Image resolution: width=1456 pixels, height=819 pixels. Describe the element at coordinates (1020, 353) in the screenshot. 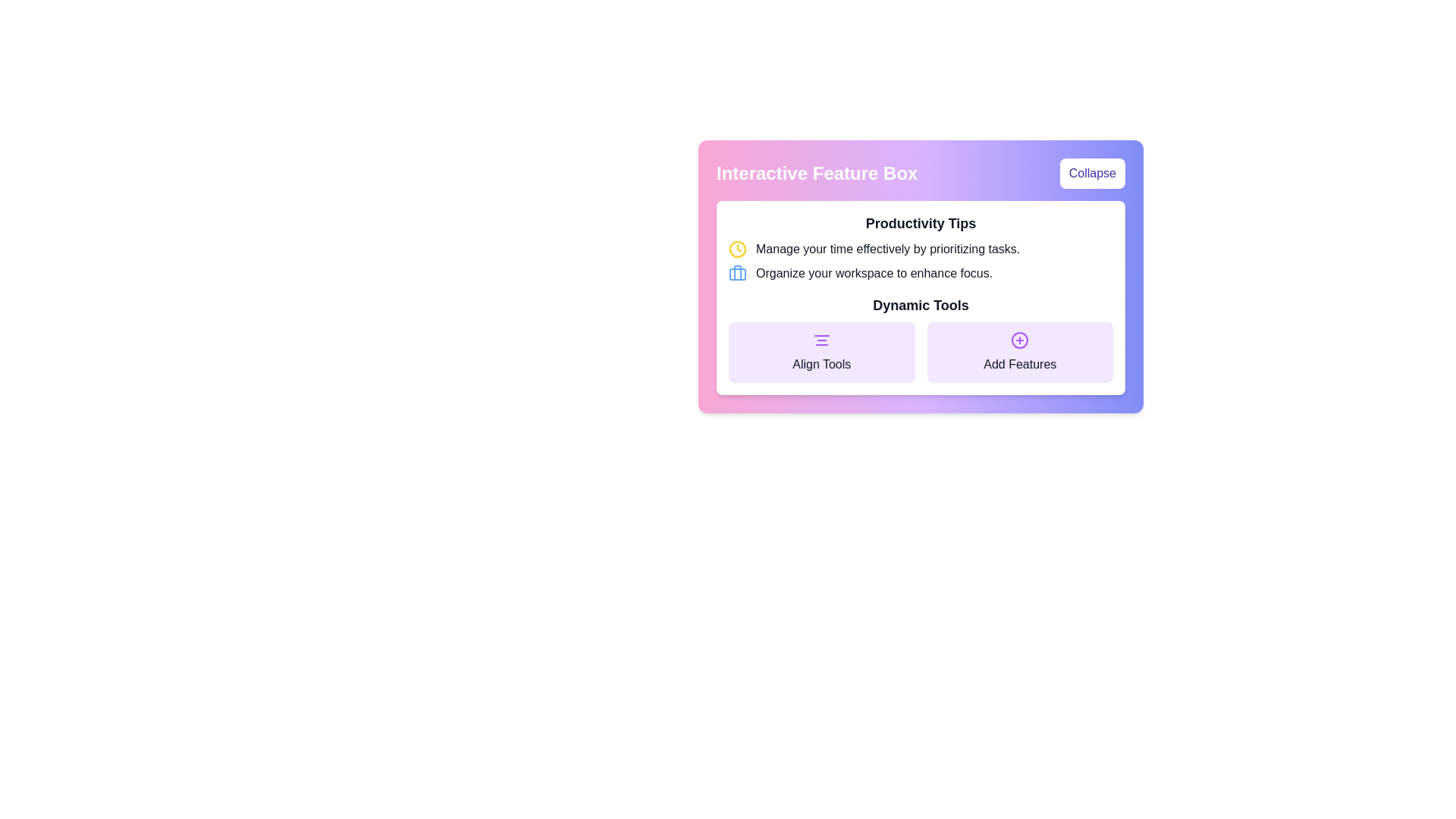

I see `the 'Add Features' button` at that location.